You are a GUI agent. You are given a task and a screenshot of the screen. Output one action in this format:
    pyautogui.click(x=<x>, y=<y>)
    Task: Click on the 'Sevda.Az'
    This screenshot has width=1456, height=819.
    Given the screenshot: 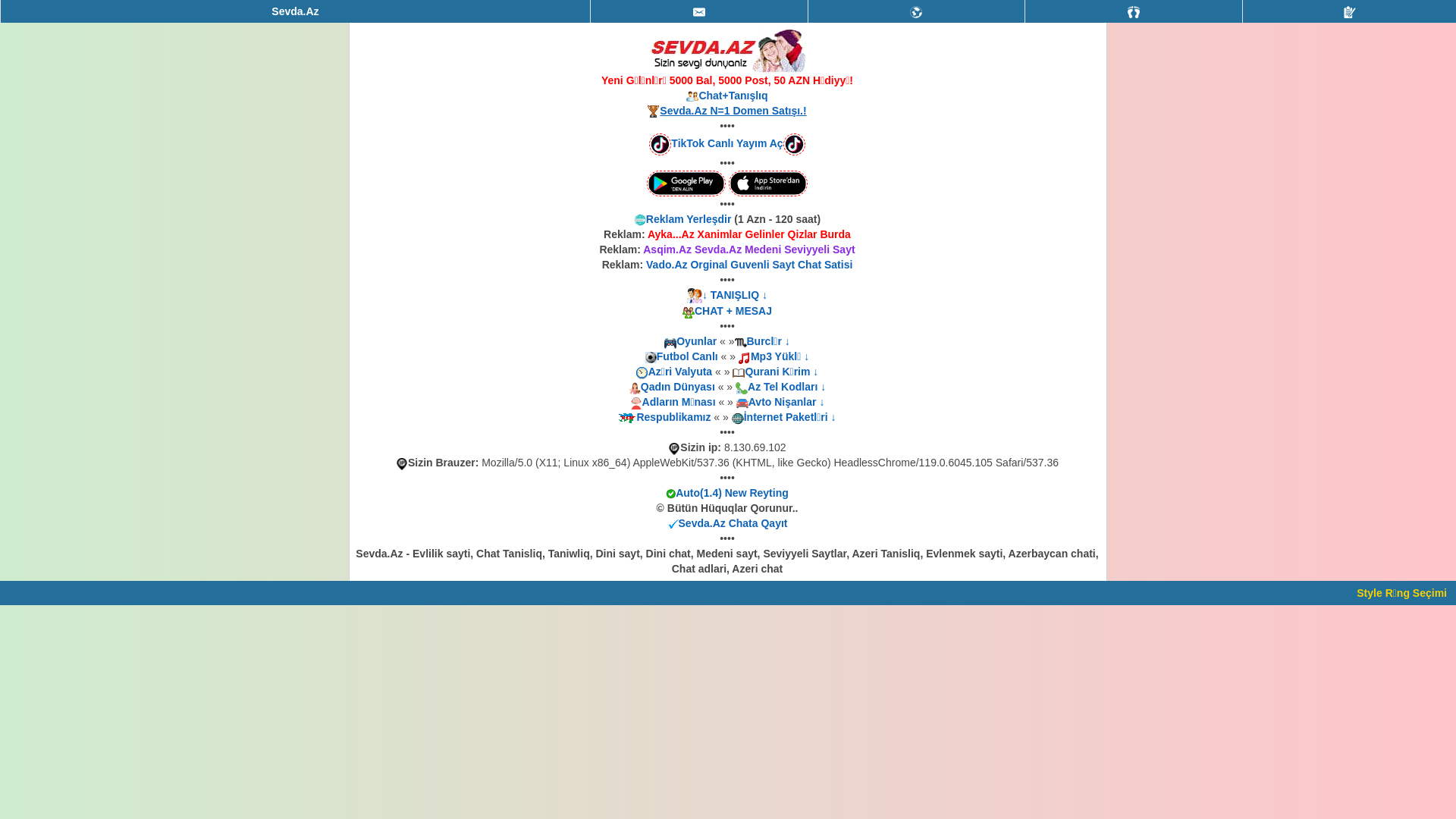 What is the action you would take?
    pyautogui.click(x=295, y=11)
    